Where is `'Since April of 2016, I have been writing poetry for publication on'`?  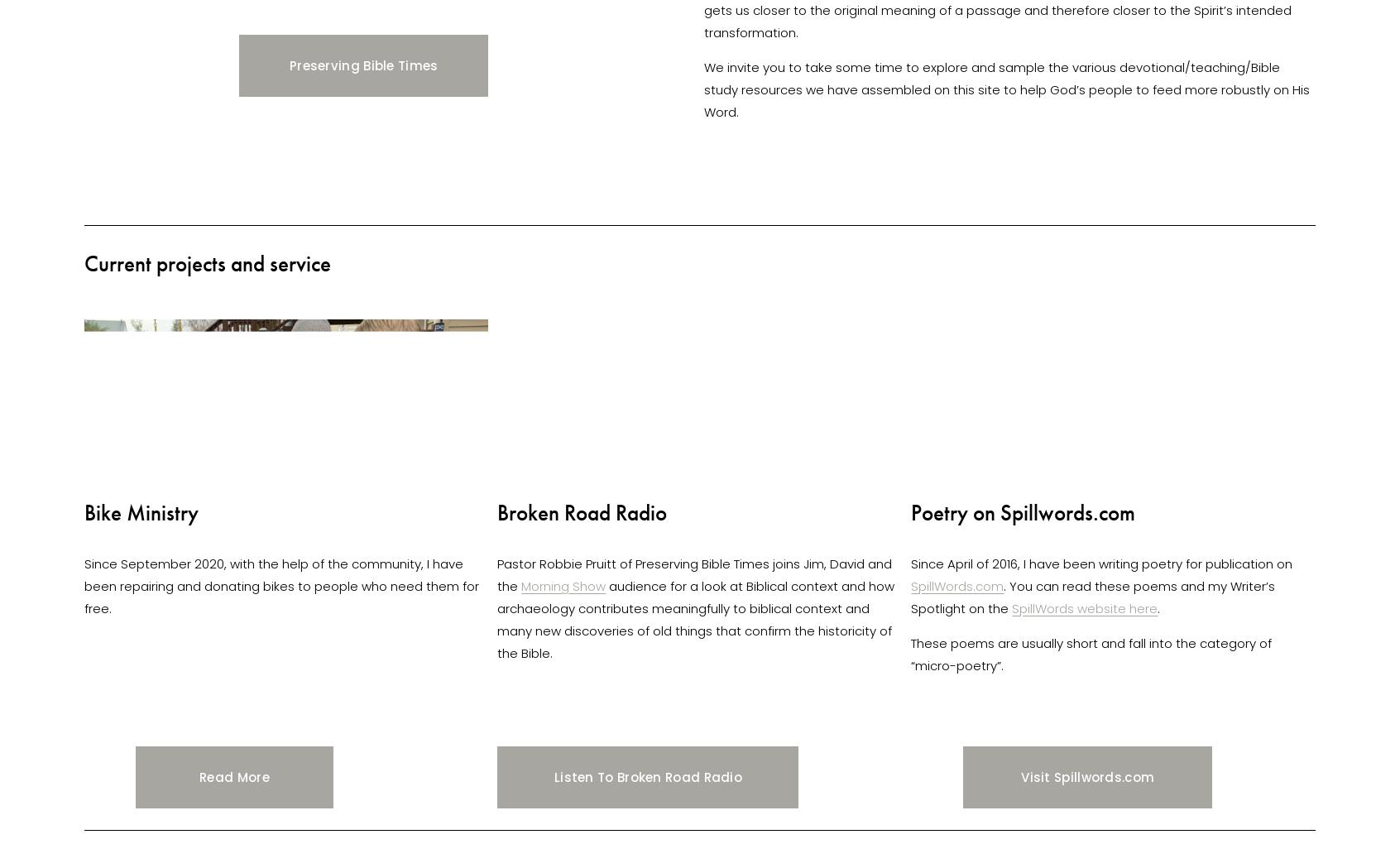 'Since April of 2016, I have been writing poetry for publication on' is located at coordinates (1102, 563).